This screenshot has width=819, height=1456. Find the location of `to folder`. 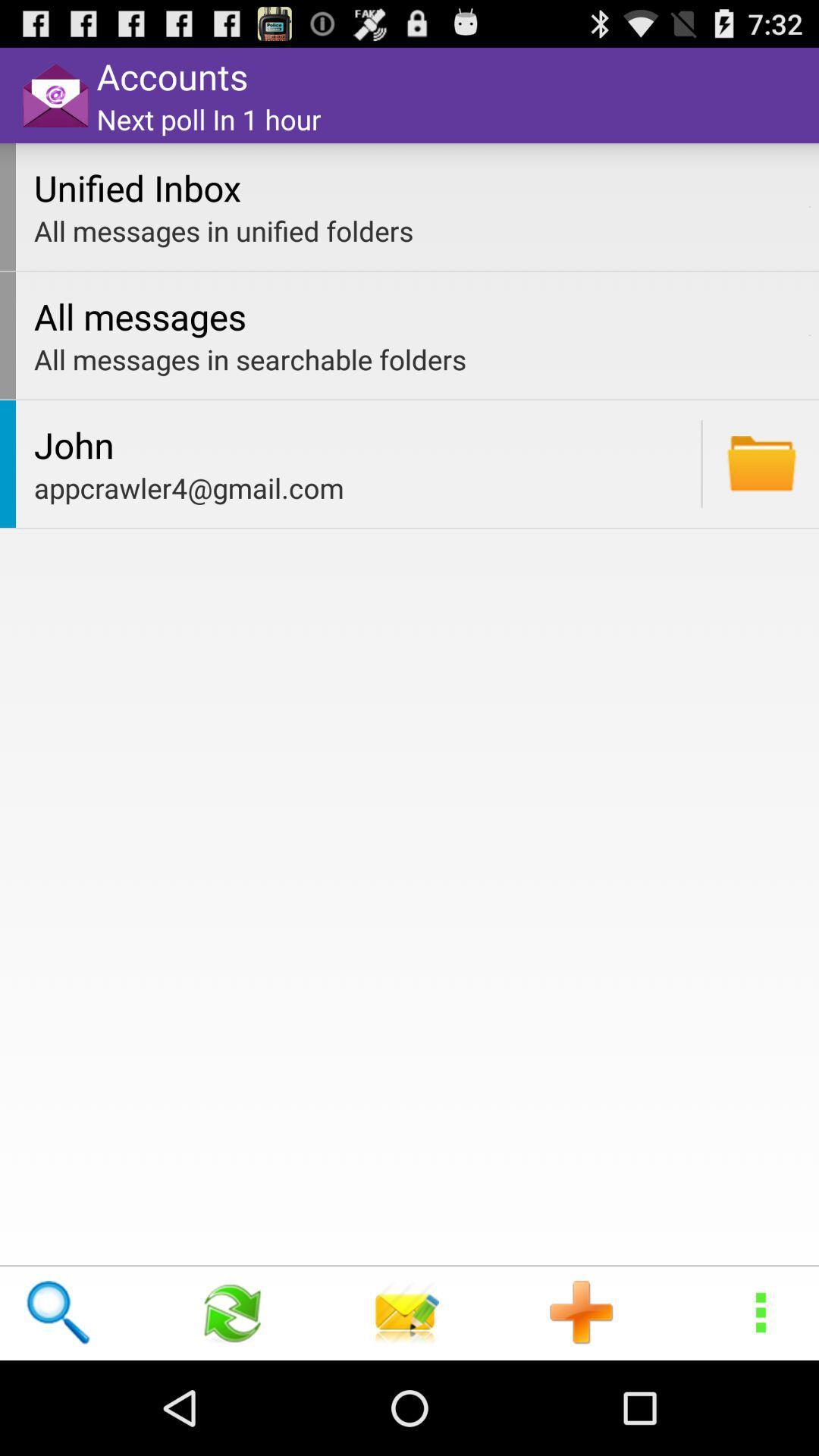

to folder is located at coordinates (761, 463).